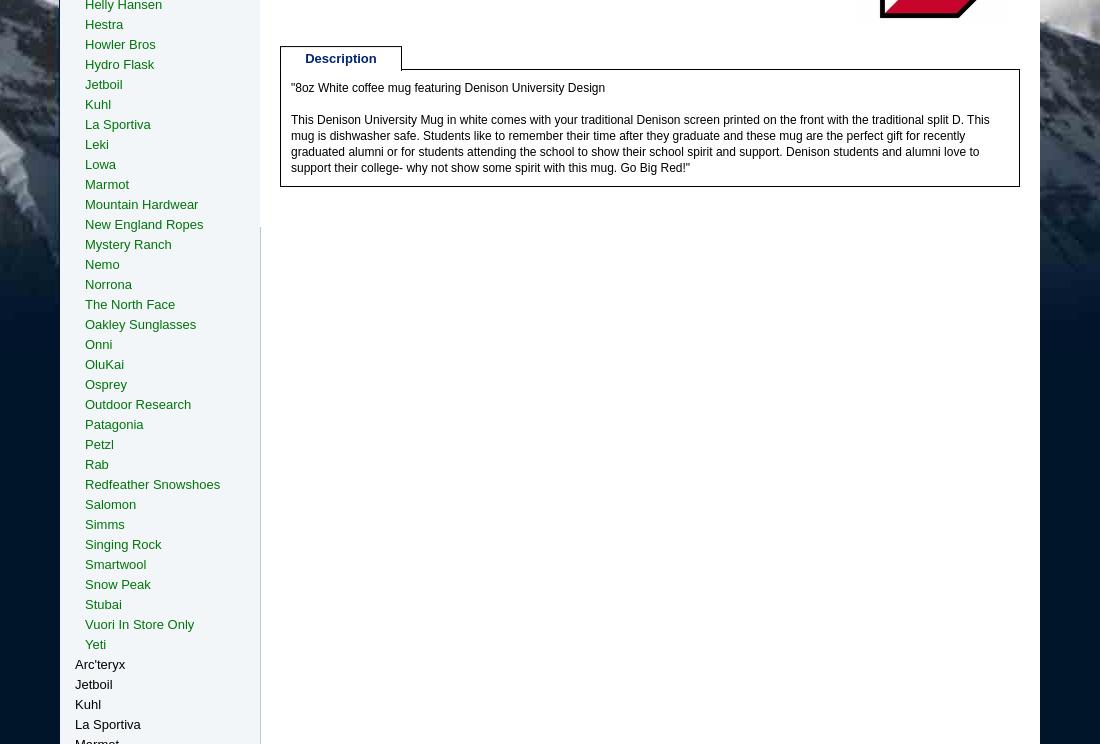 This screenshot has height=744, width=1100. Describe the element at coordinates (122, 543) in the screenshot. I see `'Singing Rock'` at that location.